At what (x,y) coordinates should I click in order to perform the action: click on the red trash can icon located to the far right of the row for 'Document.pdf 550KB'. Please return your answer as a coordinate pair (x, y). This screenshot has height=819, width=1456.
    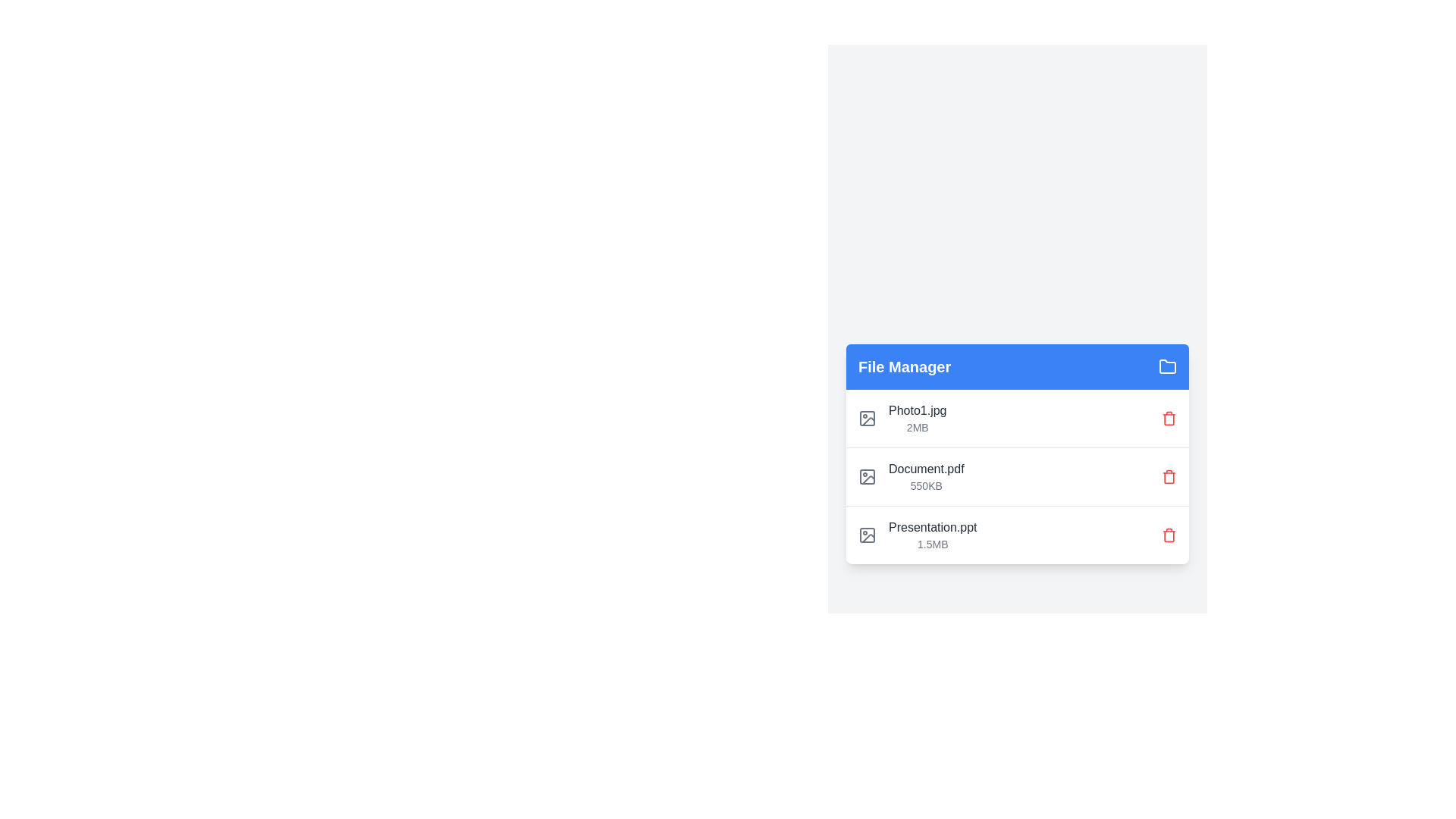
    Looking at the image, I should click on (1168, 475).